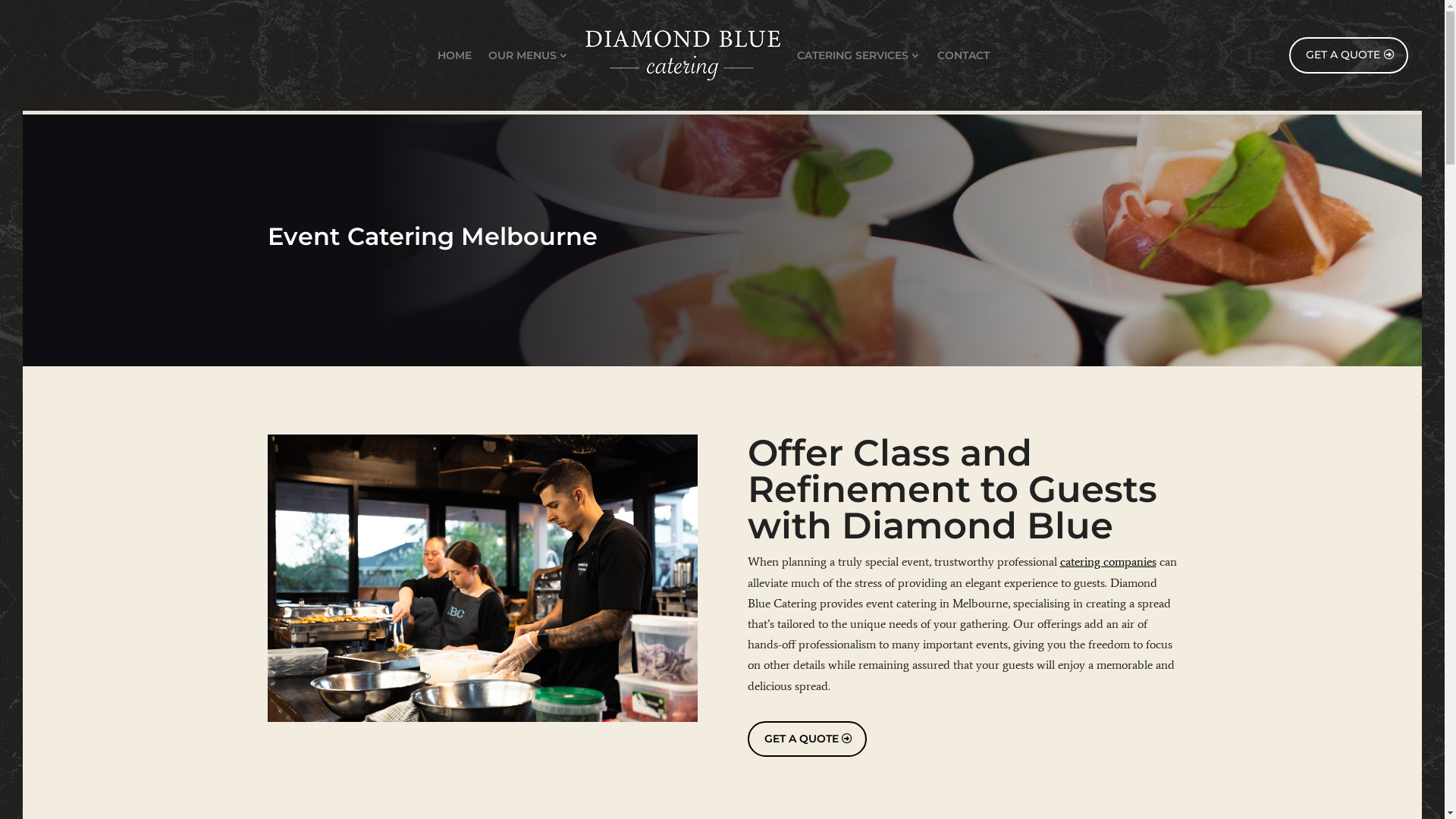 The height and width of the screenshot is (819, 1456). What do you see at coordinates (528, 55) in the screenshot?
I see `'OUR MENUS'` at bounding box center [528, 55].